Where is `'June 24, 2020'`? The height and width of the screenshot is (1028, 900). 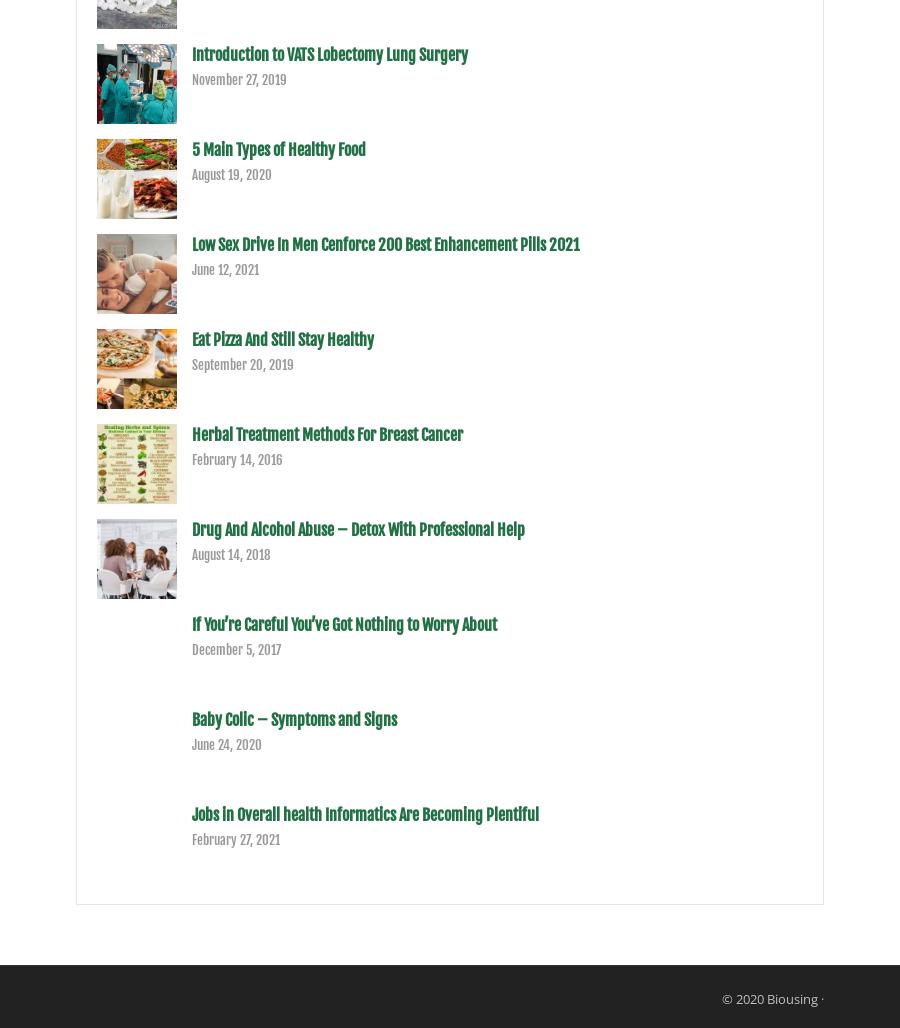 'June 24, 2020' is located at coordinates (191, 743).